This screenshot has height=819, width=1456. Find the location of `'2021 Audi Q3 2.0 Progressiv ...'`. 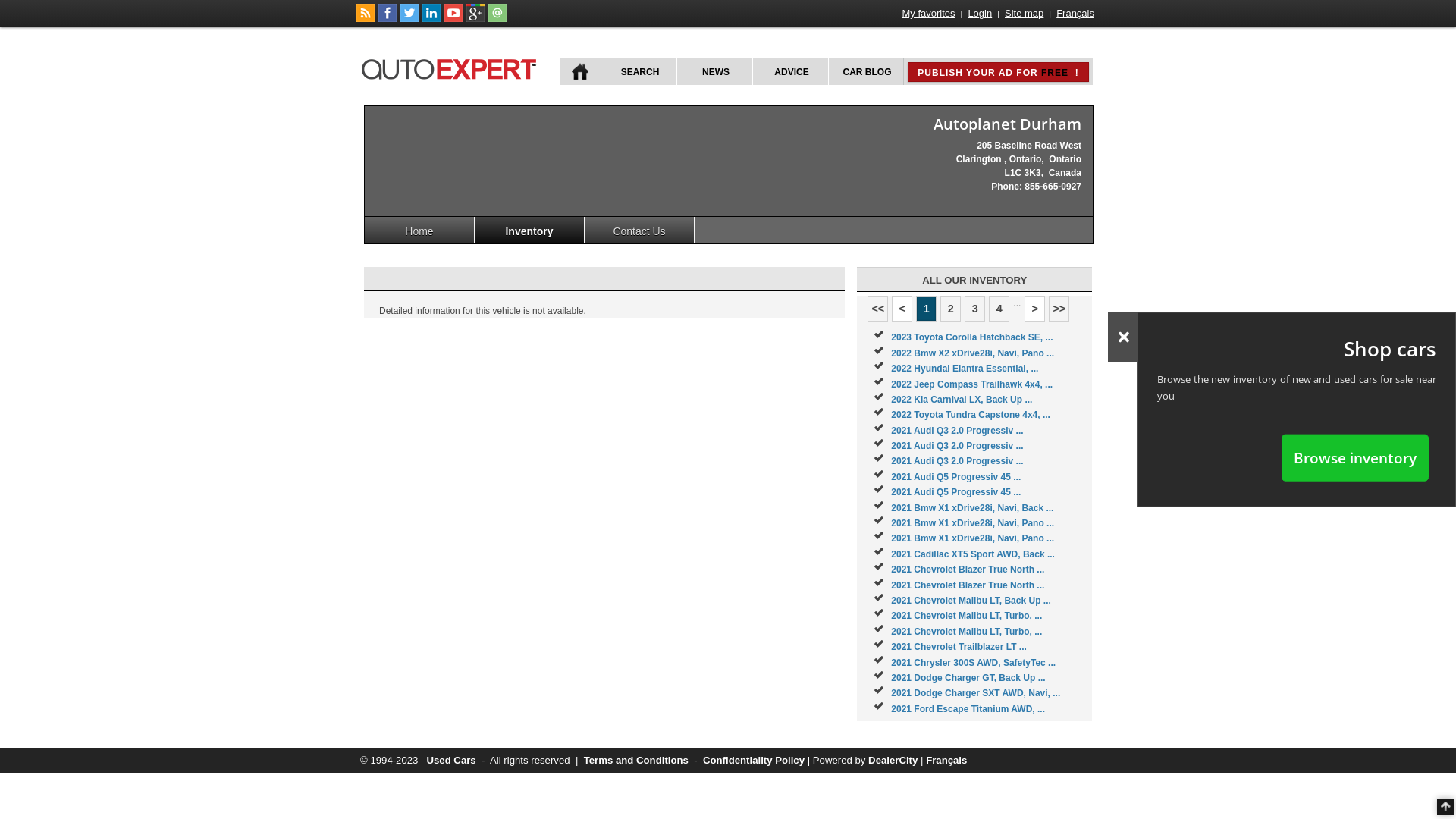

'2021 Audi Q3 2.0 Progressiv ...' is located at coordinates (956, 460).